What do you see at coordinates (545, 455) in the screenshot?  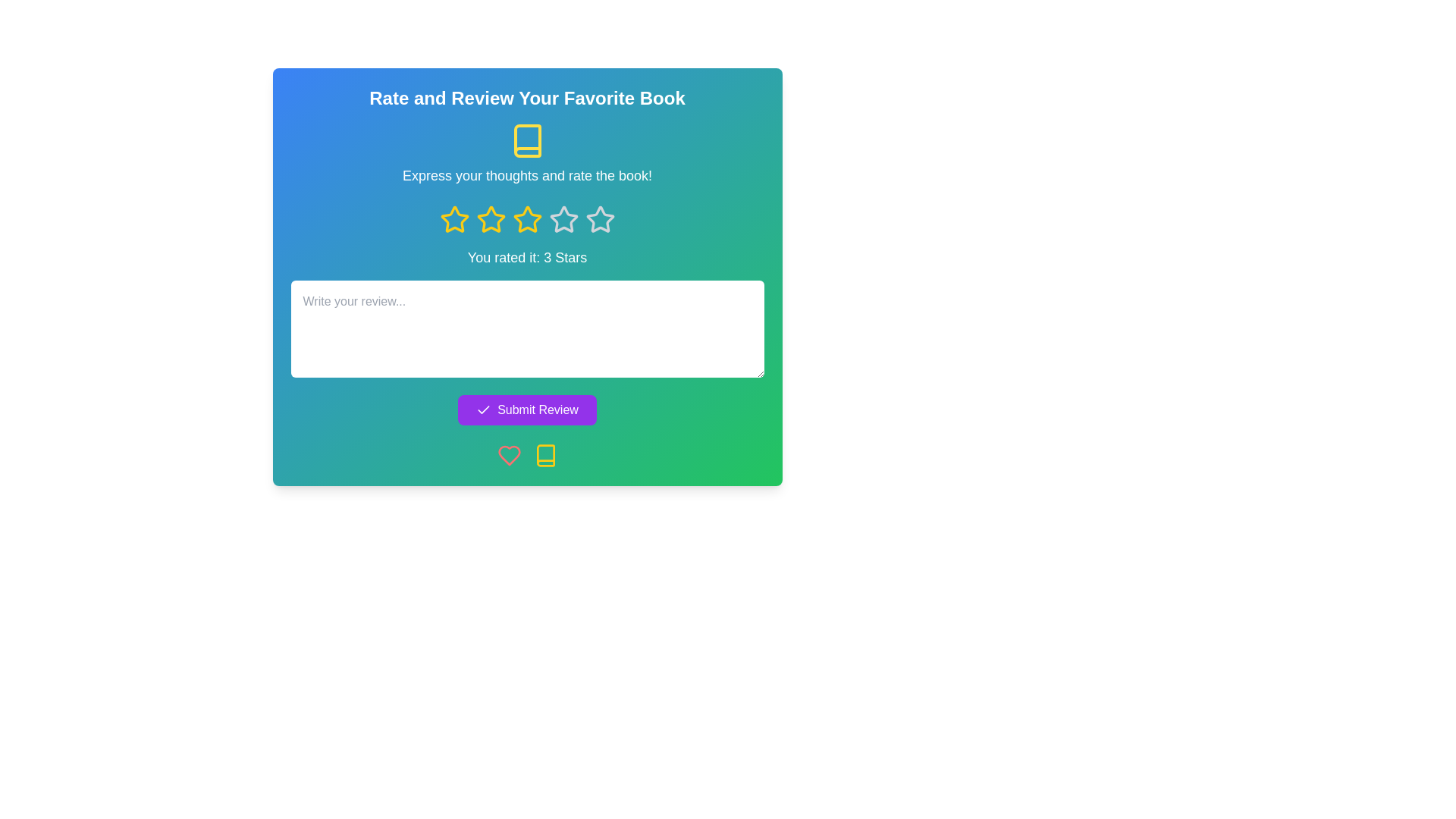 I see `the yellow book icon located in the bottom right corner of the green gradient interface, specifically inside the lower portion of the book icon` at bounding box center [545, 455].